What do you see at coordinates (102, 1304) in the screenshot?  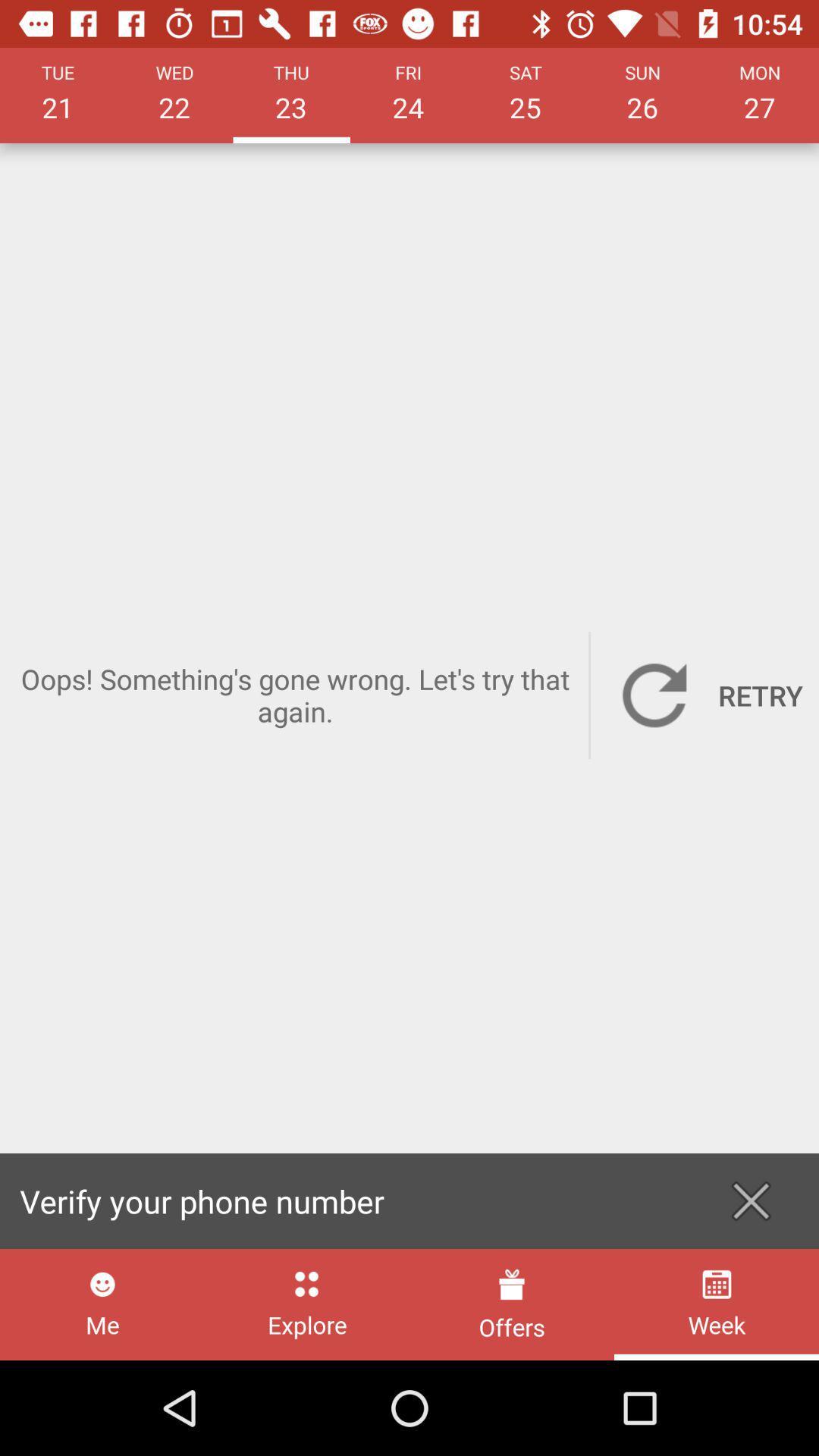 I see `item to the left of explore item` at bounding box center [102, 1304].